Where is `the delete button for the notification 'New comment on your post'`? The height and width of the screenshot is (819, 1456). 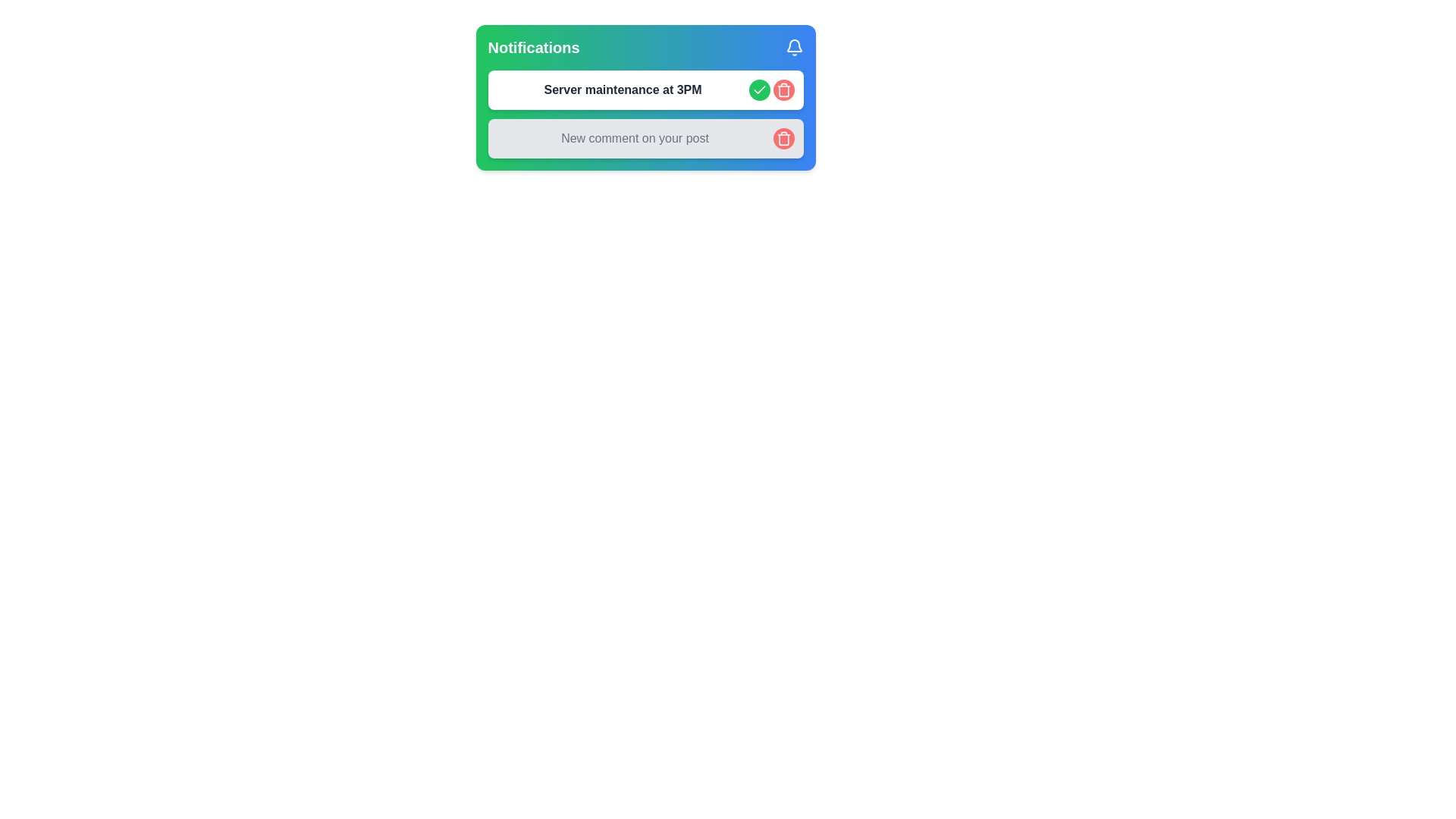 the delete button for the notification 'New comment on your post' is located at coordinates (783, 138).